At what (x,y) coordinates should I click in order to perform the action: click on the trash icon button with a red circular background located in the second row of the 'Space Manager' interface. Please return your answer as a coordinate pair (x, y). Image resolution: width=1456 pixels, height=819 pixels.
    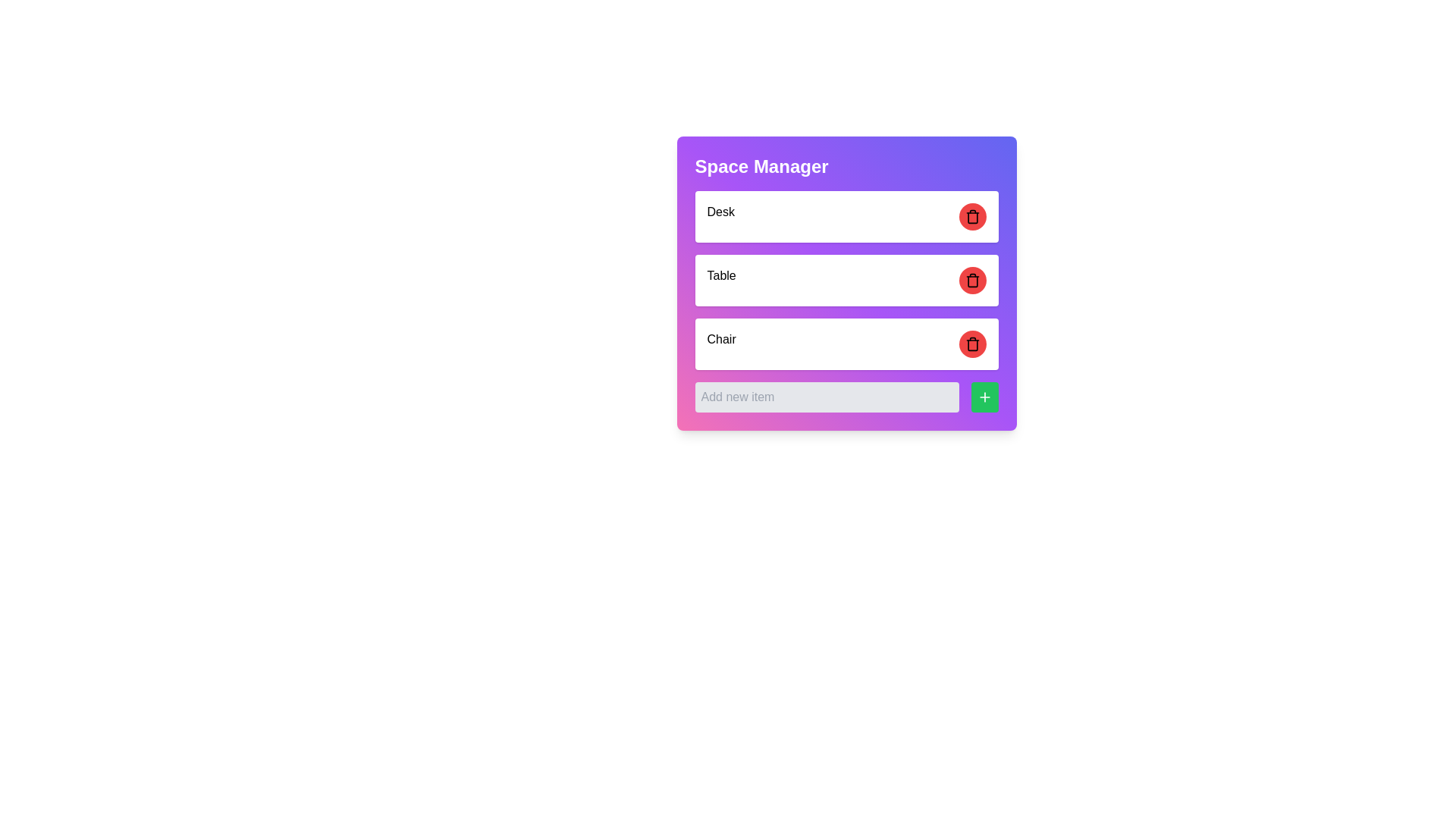
    Looking at the image, I should click on (972, 216).